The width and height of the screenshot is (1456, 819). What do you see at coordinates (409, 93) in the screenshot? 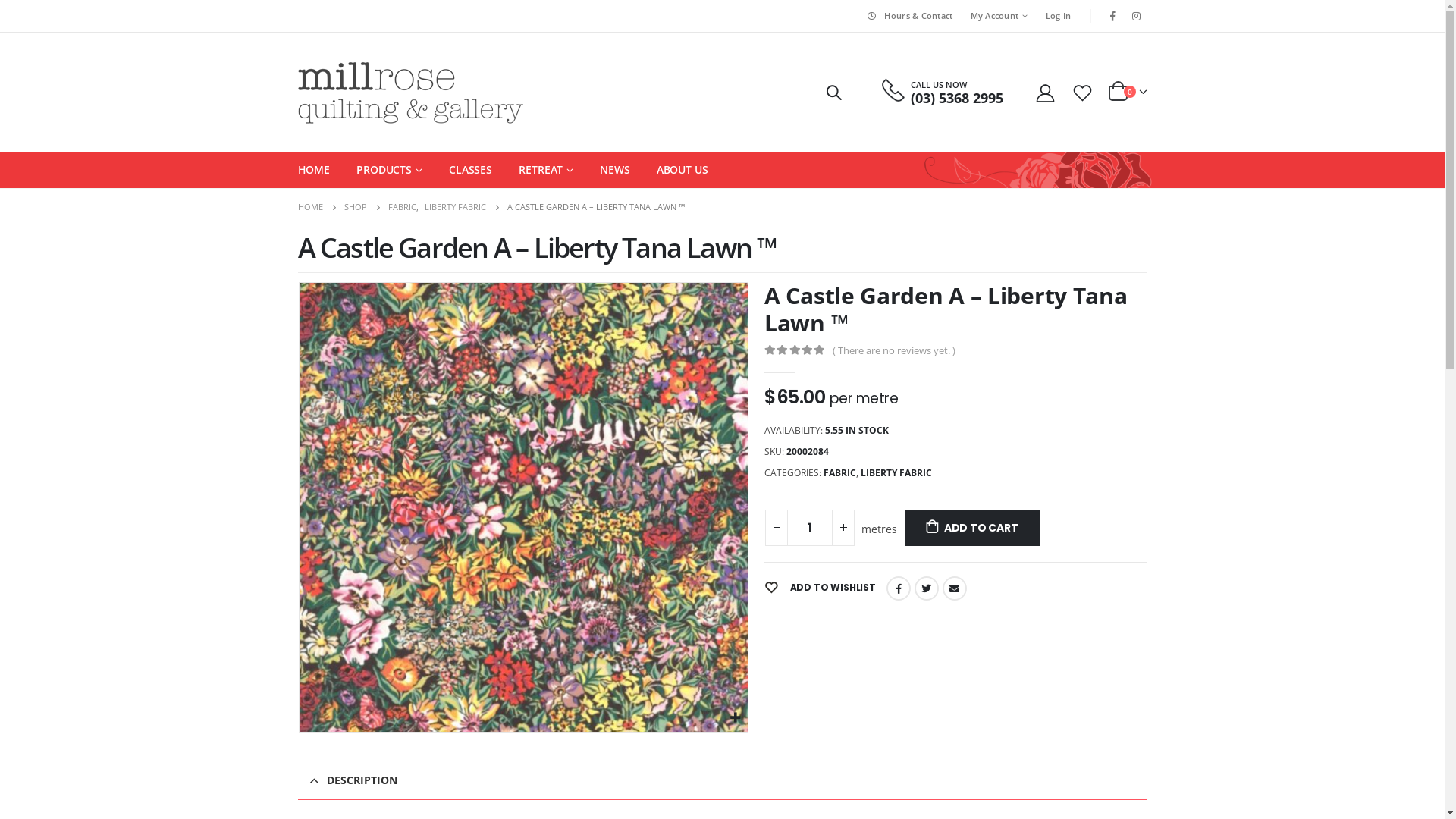
I see `'Millrose Quilting & Gallery - '` at bounding box center [409, 93].